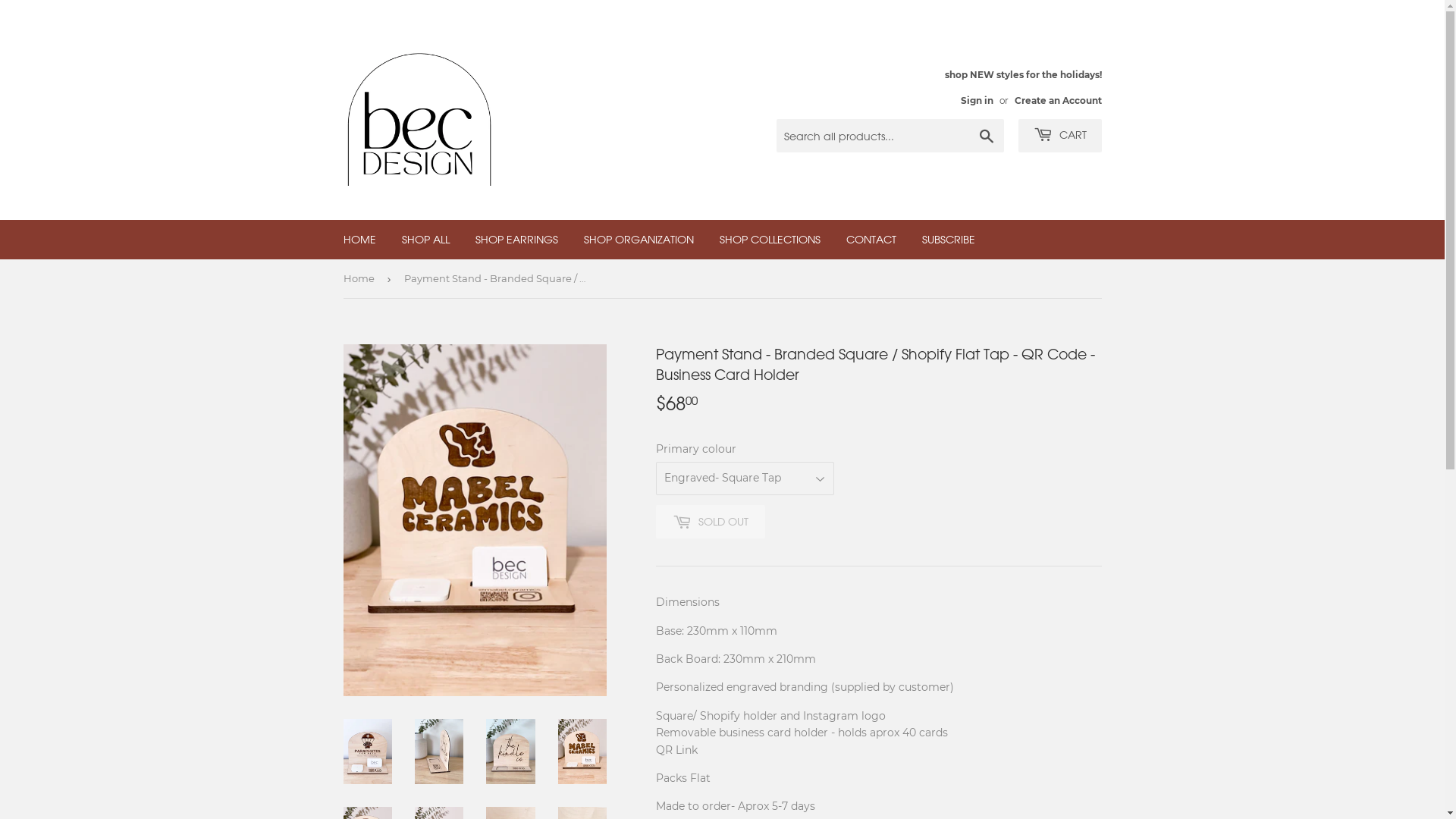 The width and height of the screenshot is (1456, 819). I want to click on 'CART', so click(1058, 134).